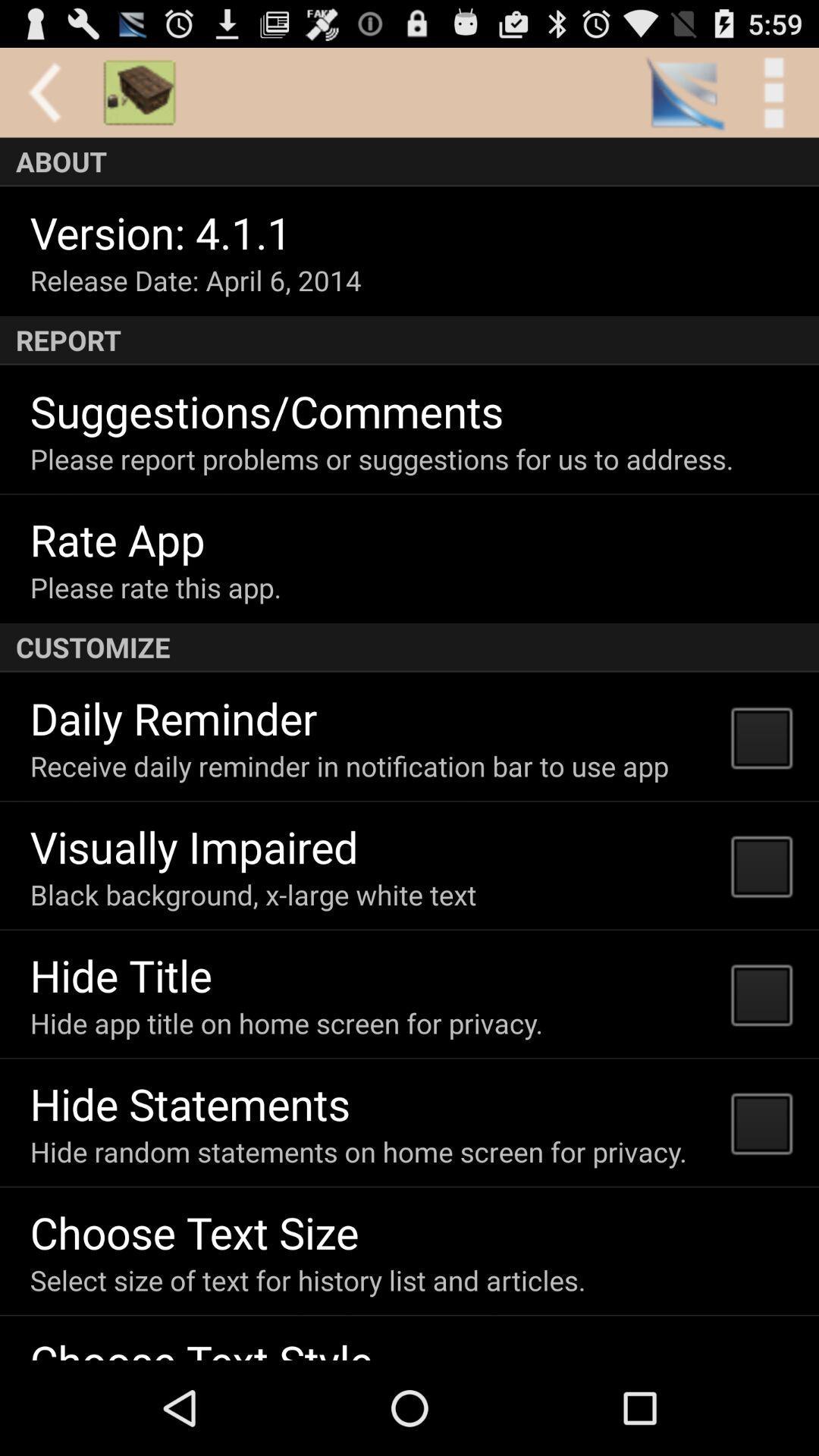  Describe the element at coordinates (773, 92) in the screenshot. I see `the app above the about item` at that location.